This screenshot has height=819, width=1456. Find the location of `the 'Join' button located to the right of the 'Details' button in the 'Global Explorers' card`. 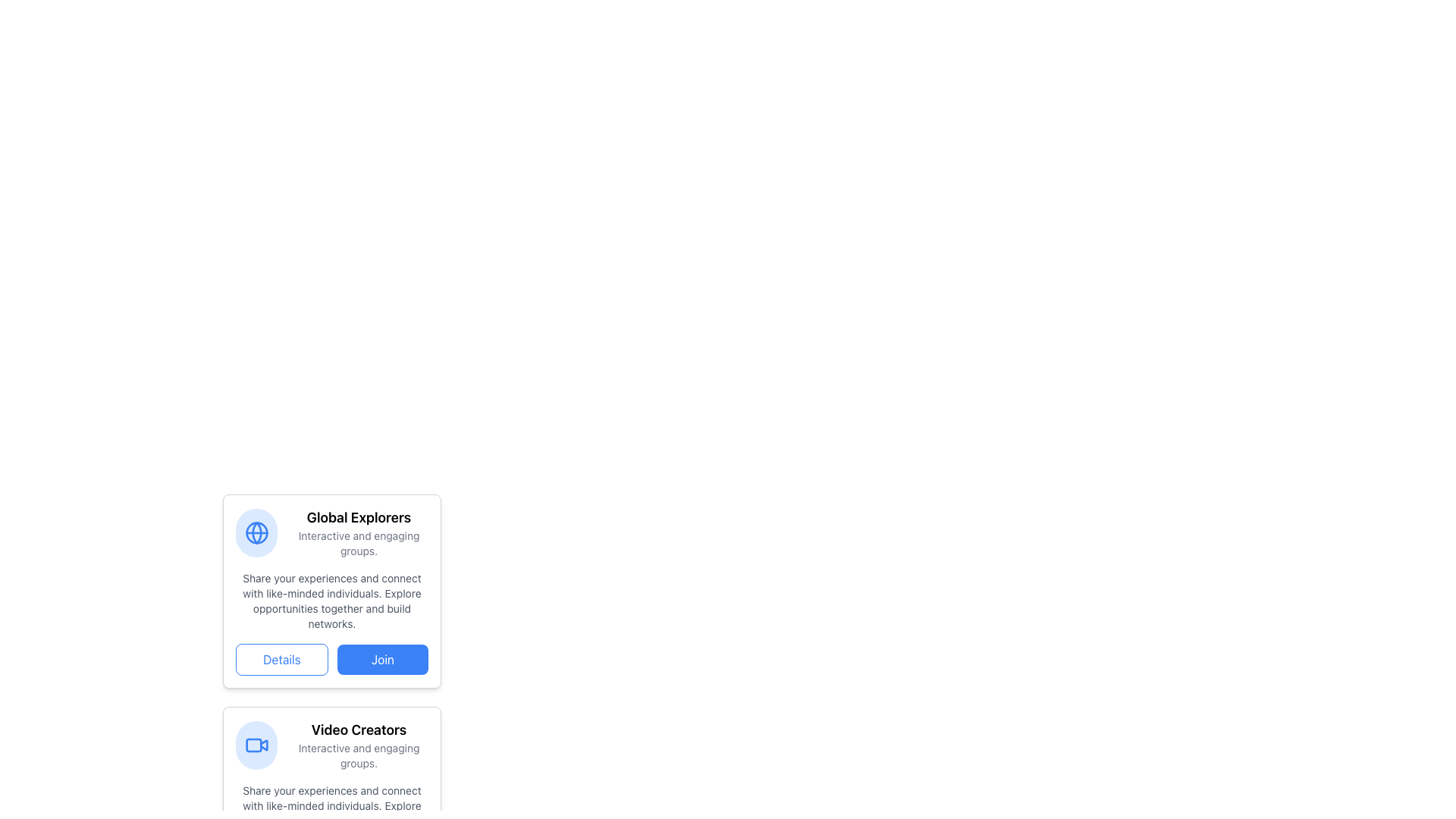

the 'Join' button located to the right of the 'Details' button in the 'Global Explorers' card is located at coordinates (382, 659).